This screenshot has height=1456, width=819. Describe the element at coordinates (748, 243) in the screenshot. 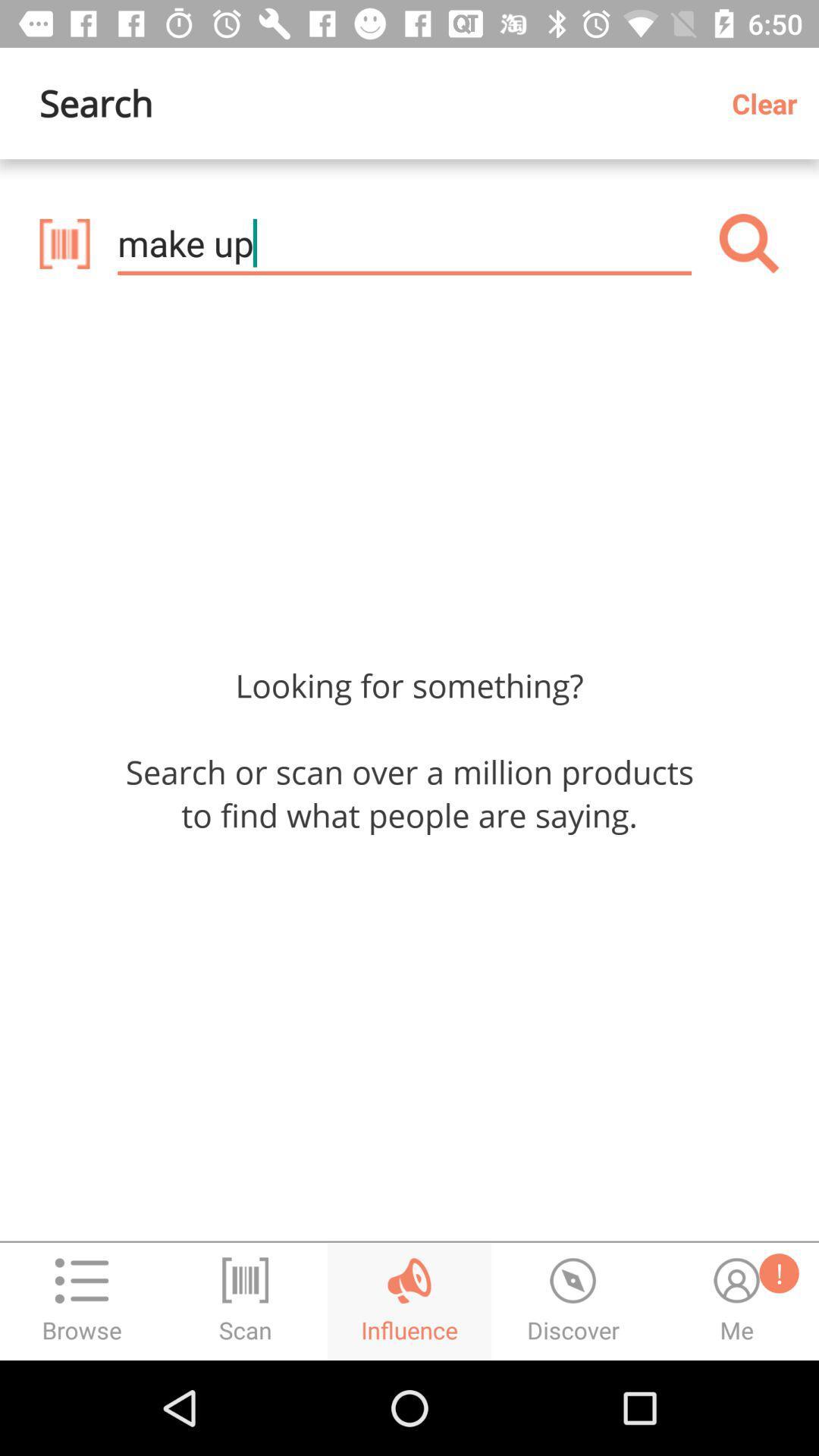

I see `the item next to make up item` at that location.